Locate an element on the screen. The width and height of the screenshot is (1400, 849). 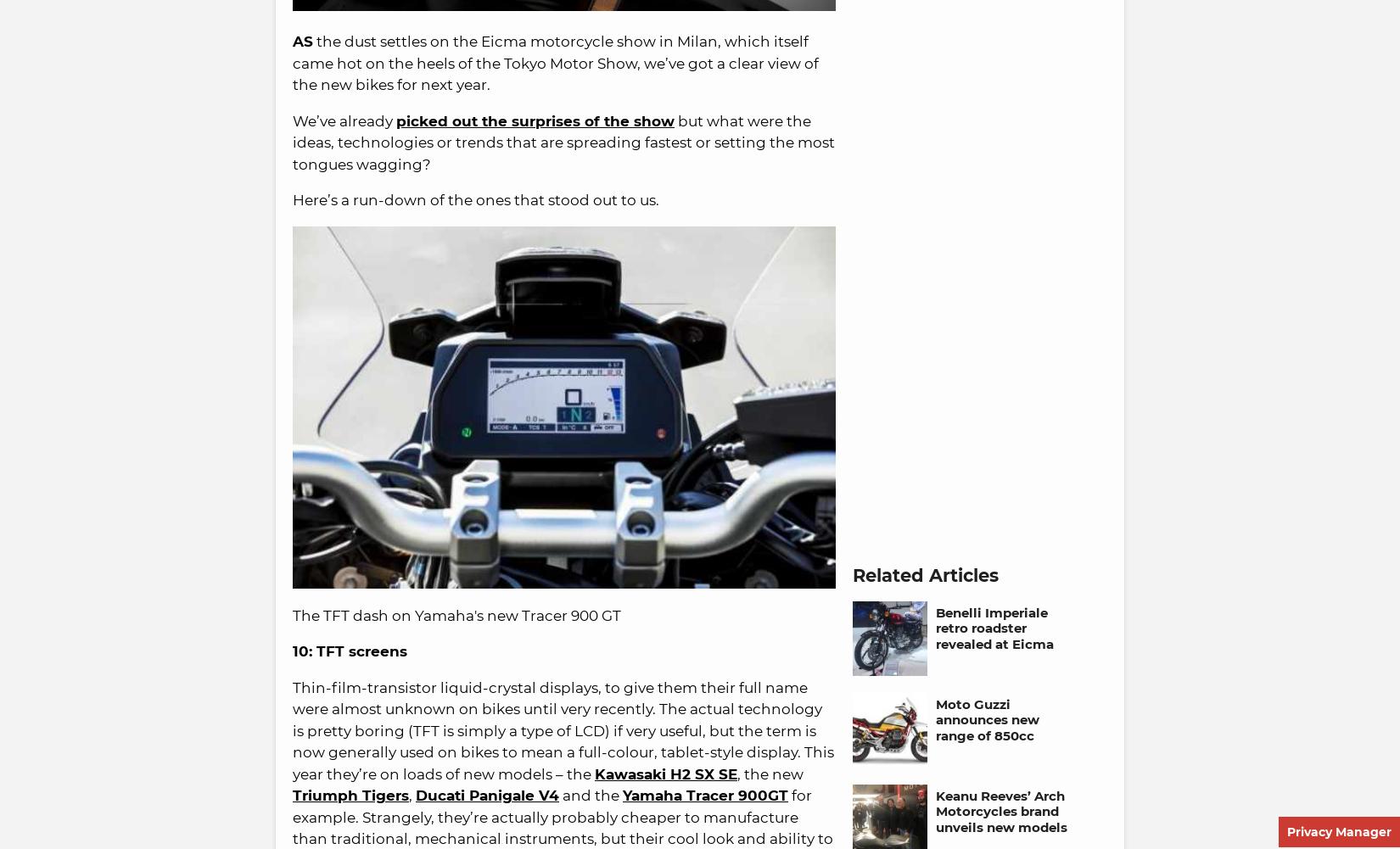
',' is located at coordinates (411, 795).